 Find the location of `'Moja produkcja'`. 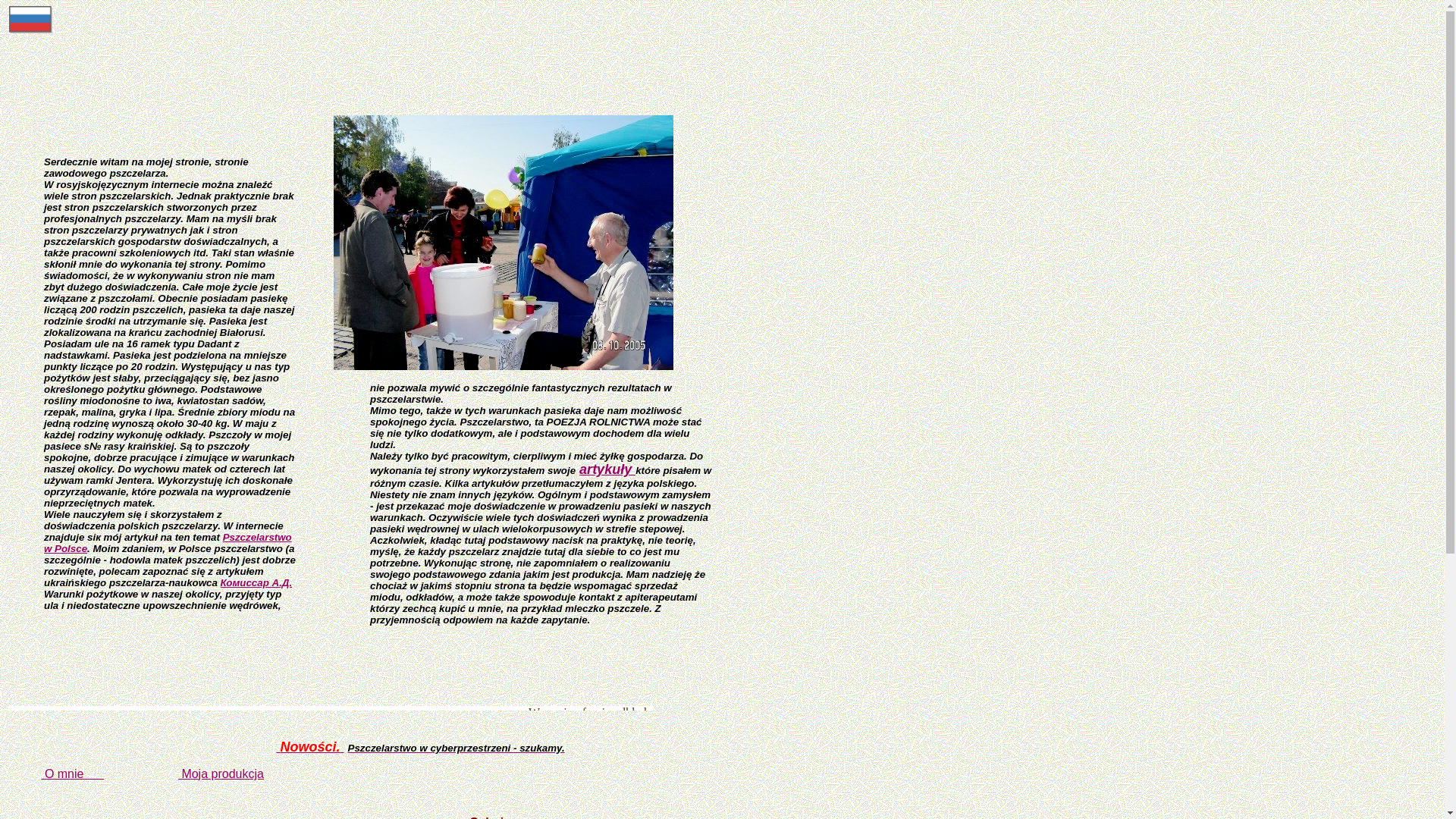

'Moja produkcja' is located at coordinates (220, 773).